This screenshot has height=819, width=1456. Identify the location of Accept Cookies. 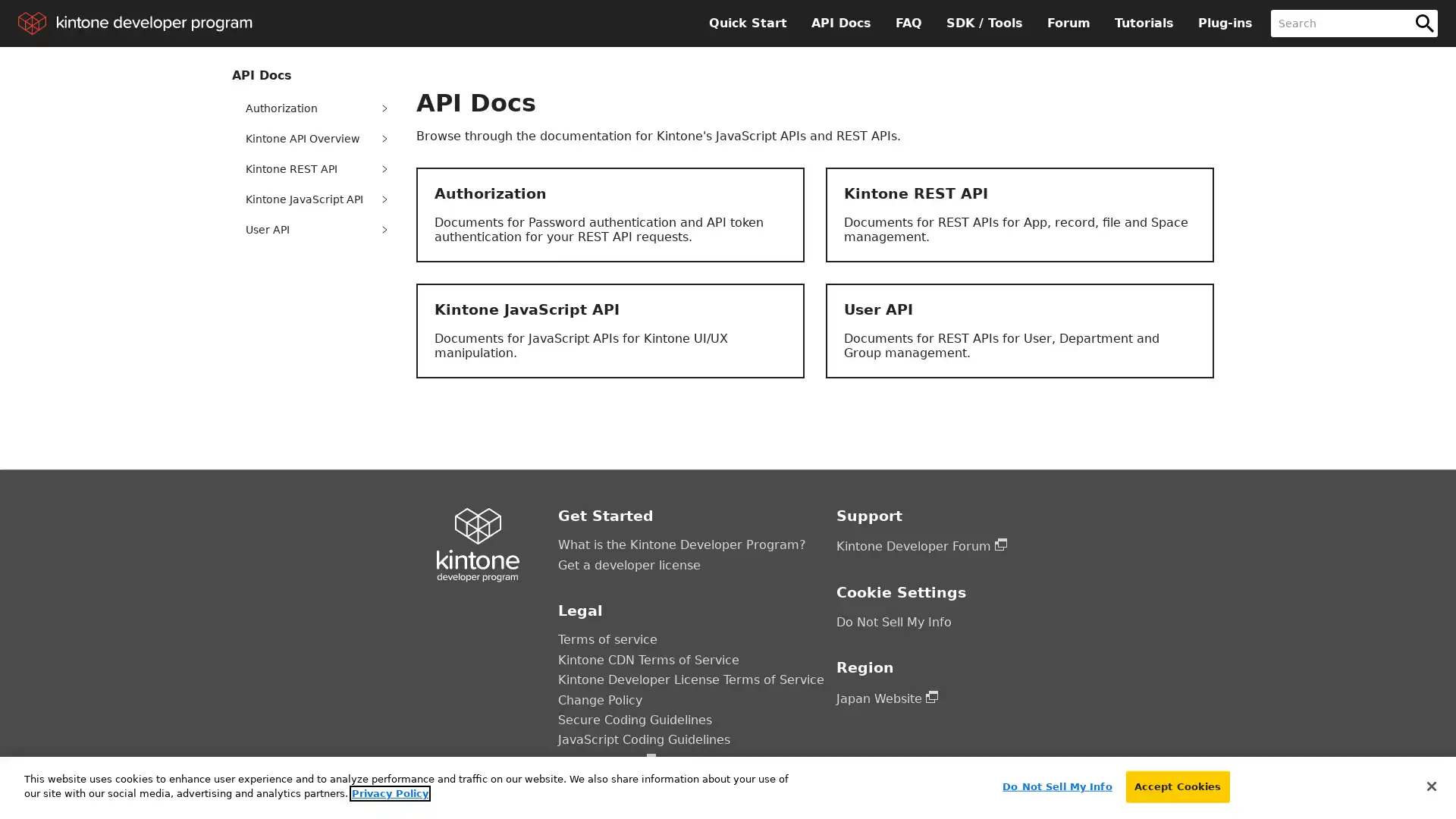
(1176, 786).